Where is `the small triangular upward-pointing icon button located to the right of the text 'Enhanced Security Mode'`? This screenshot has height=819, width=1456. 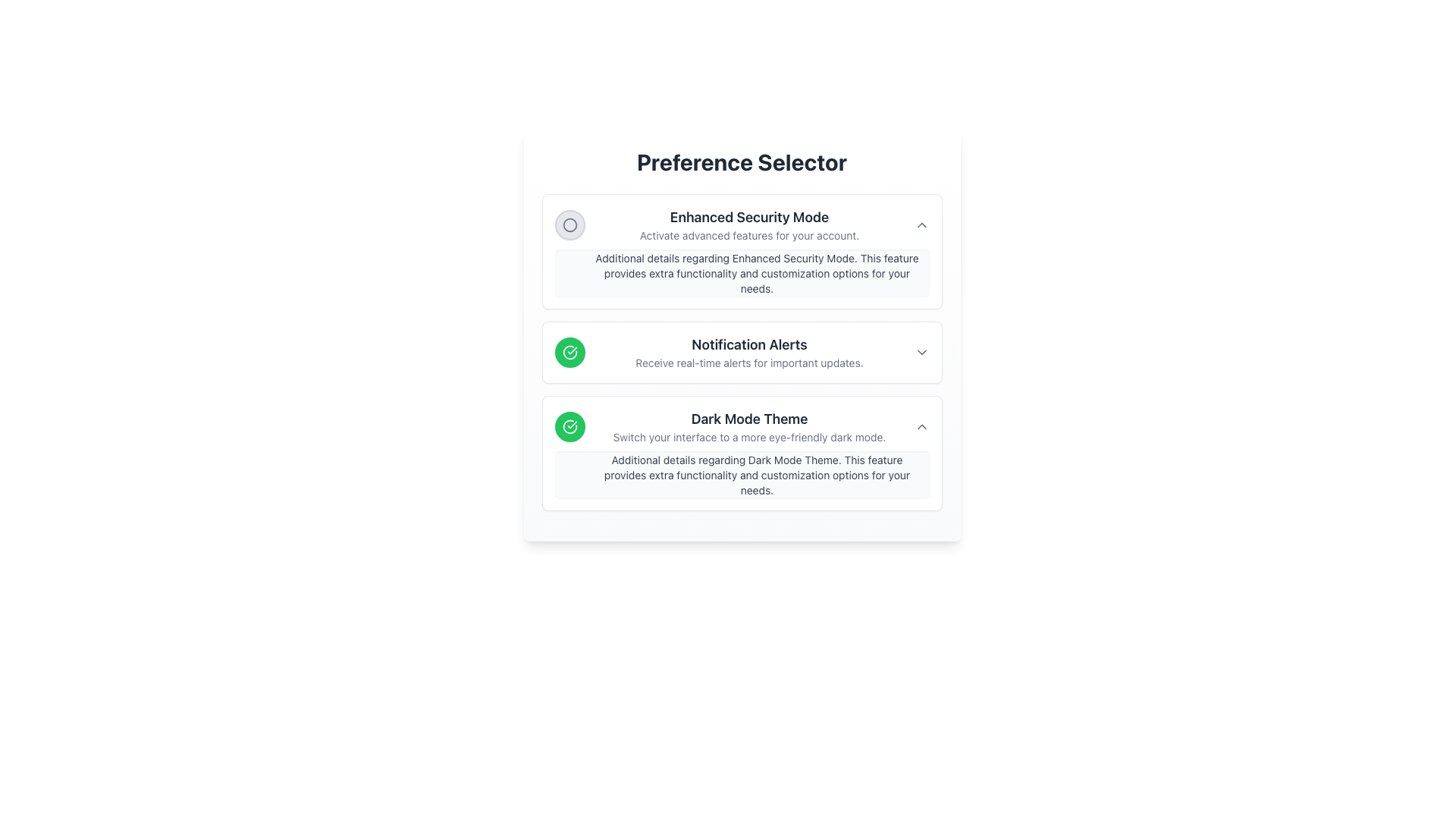
the small triangular upward-pointing icon button located to the right of the text 'Enhanced Security Mode' is located at coordinates (921, 225).